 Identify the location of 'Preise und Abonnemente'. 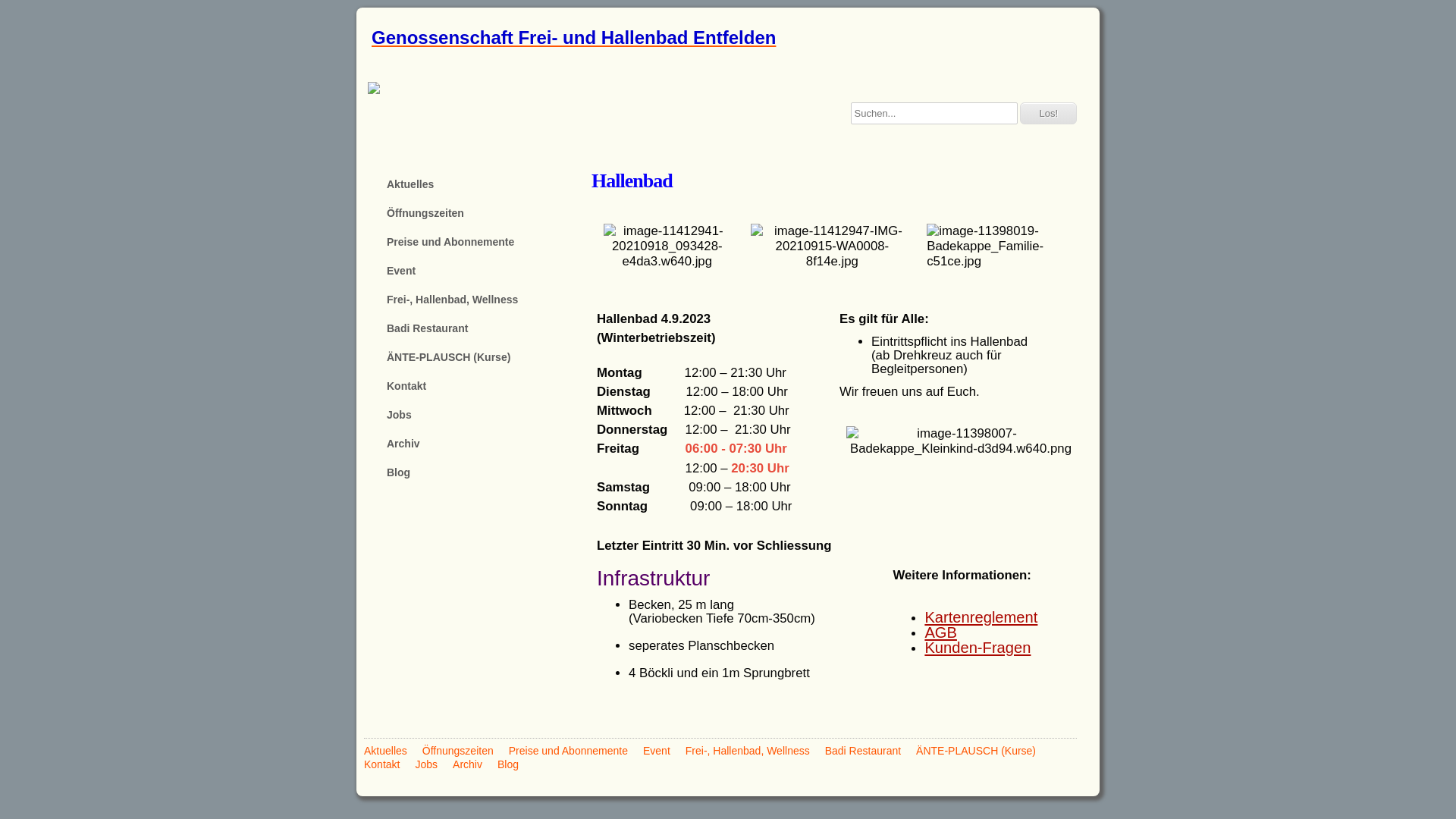
(509, 751).